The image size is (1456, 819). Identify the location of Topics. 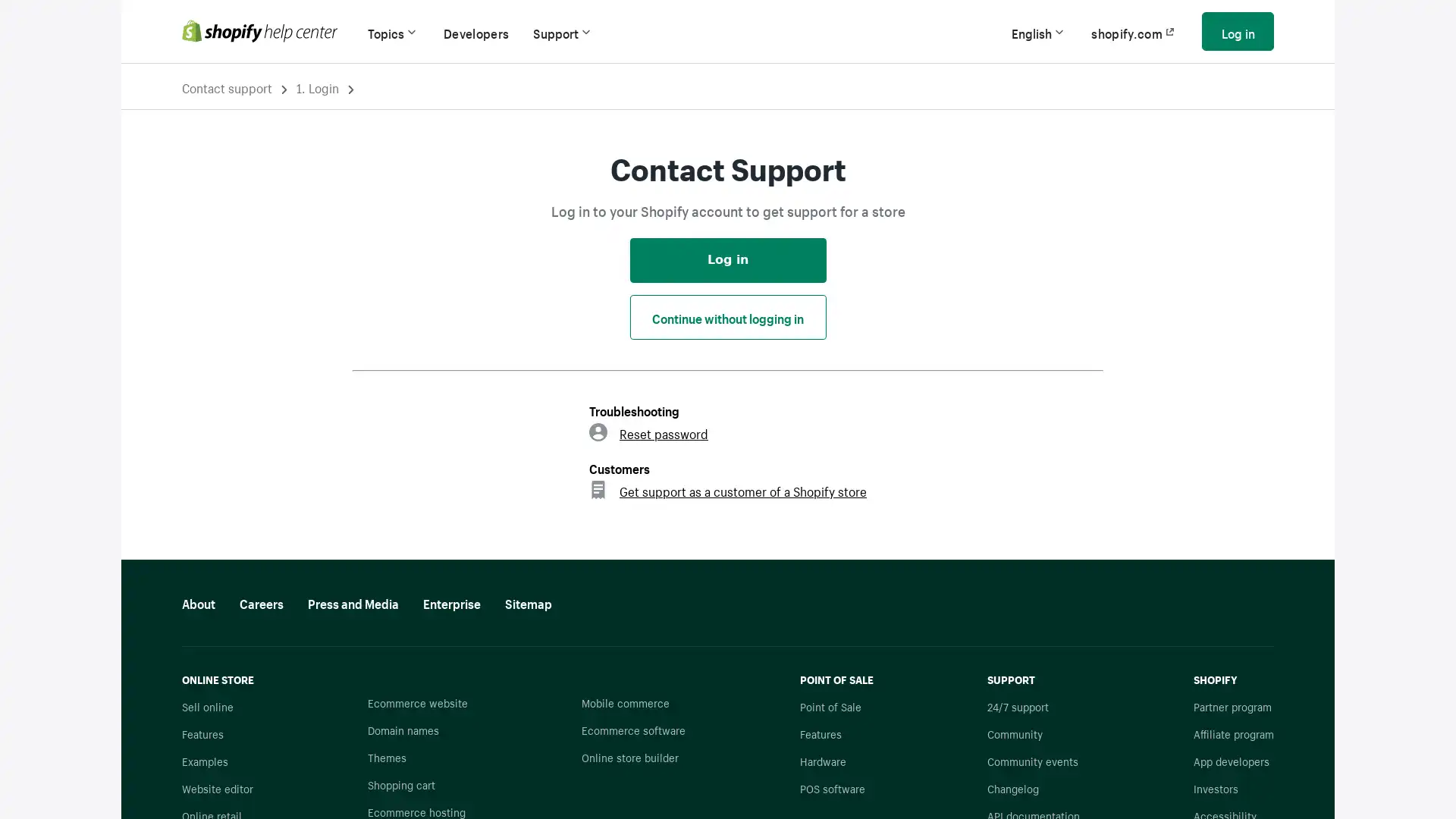
(393, 31).